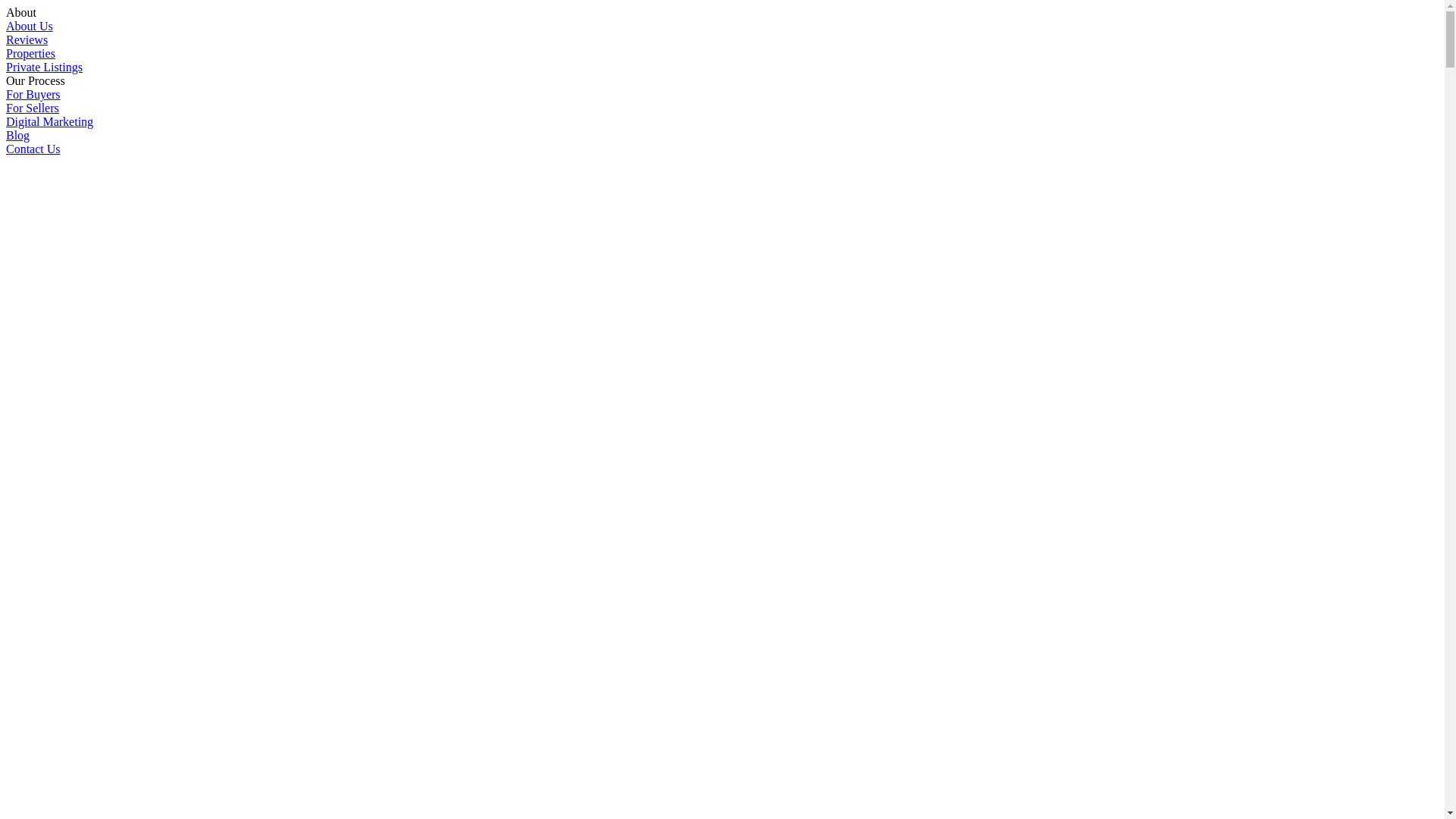 Image resolution: width=1456 pixels, height=819 pixels. I want to click on 'Reviews', so click(27, 39).